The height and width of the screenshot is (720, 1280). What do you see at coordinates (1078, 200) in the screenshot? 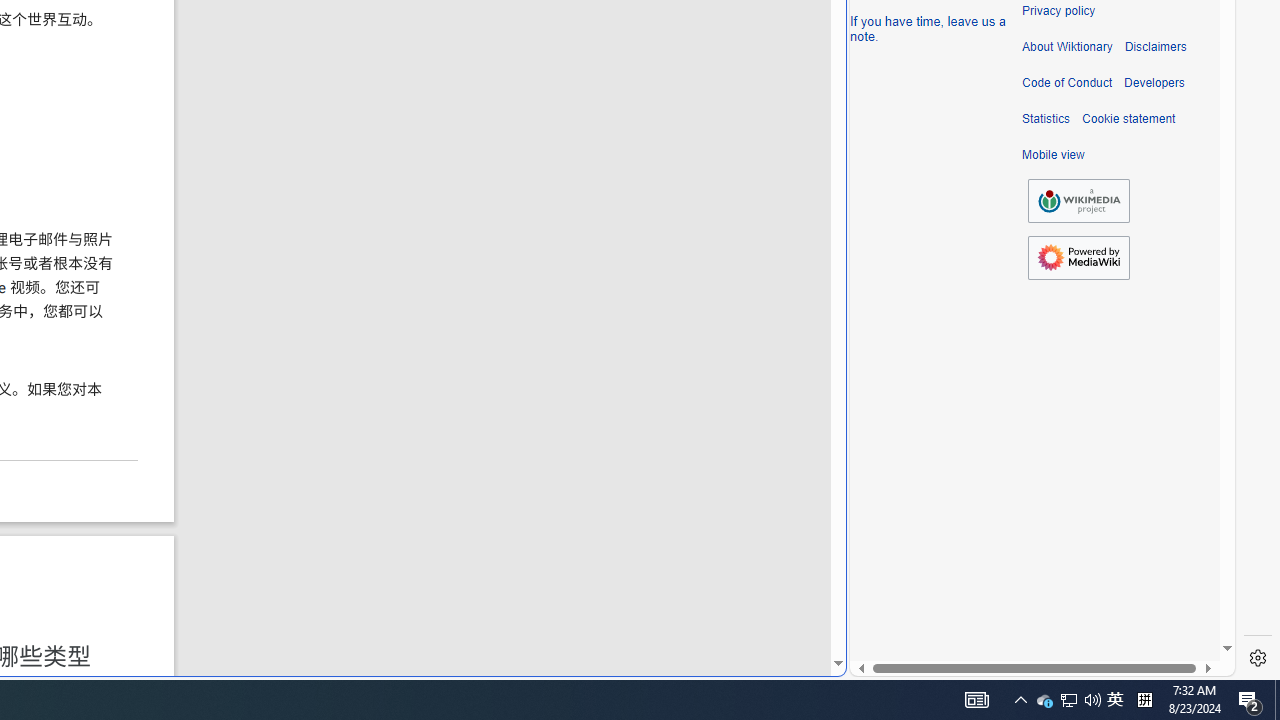
I see `'Wikimedia Foundation'` at bounding box center [1078, 200].